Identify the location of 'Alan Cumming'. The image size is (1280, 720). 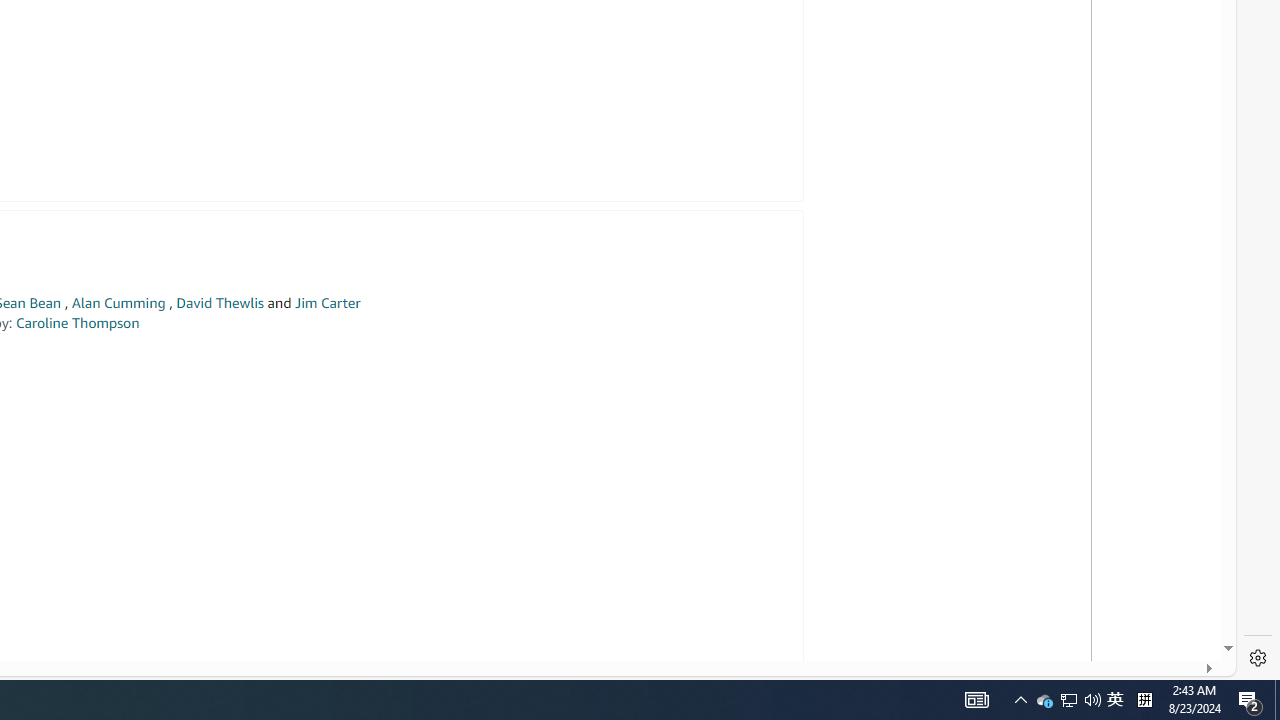
(117, 303).